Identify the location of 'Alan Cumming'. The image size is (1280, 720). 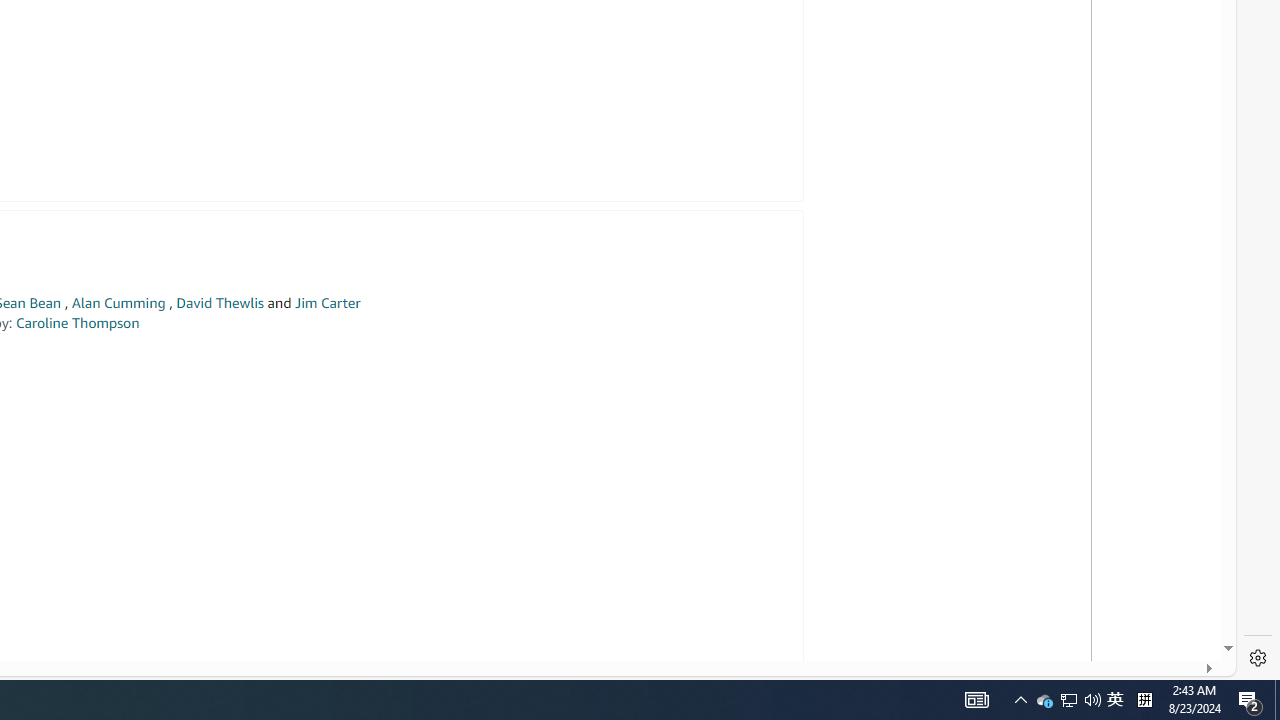
(117, 303).